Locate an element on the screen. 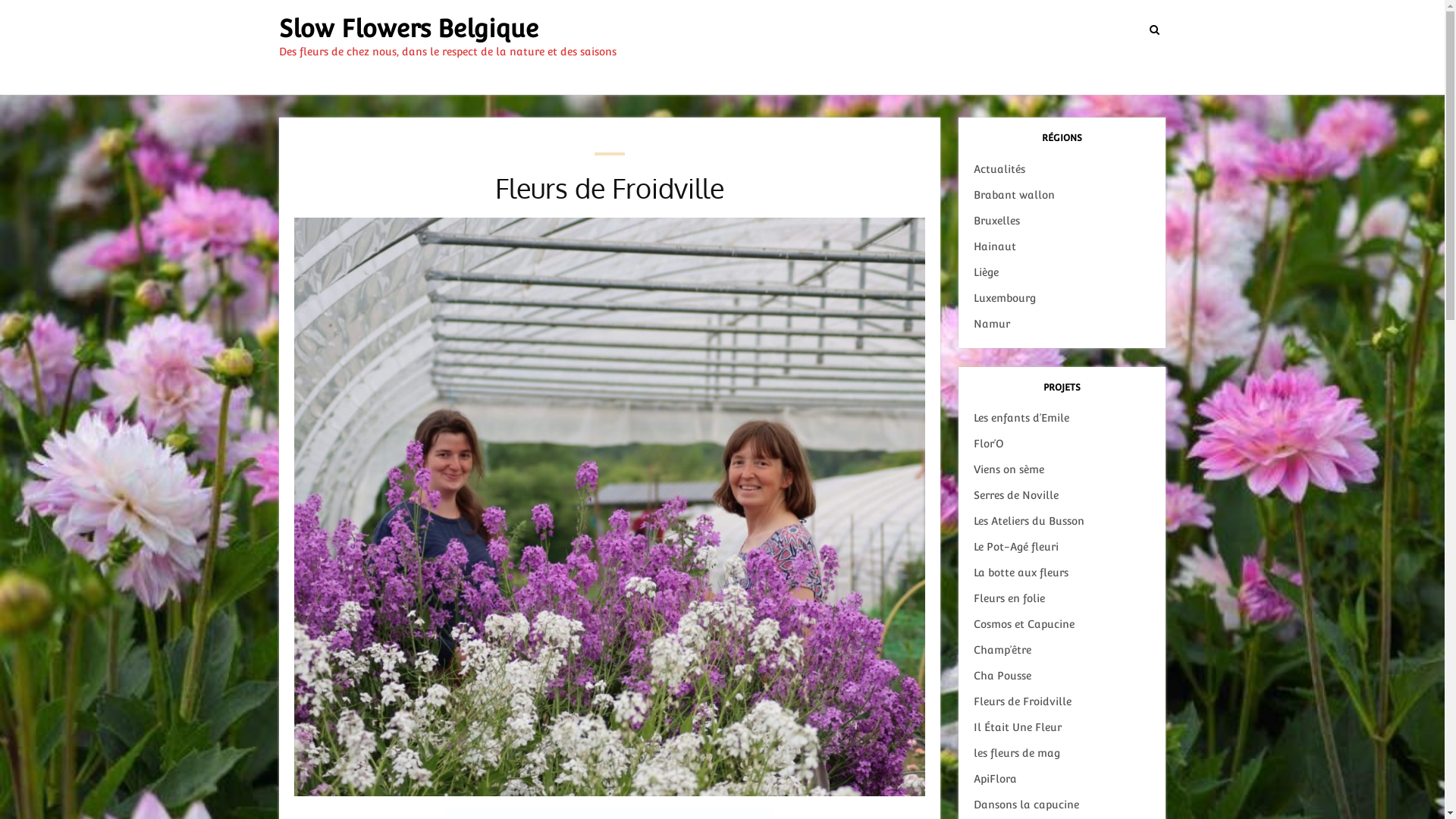 The height and width of the screenshot is (819, 1456). 'Serres de Noville' is located at coordinates (1015, 494).